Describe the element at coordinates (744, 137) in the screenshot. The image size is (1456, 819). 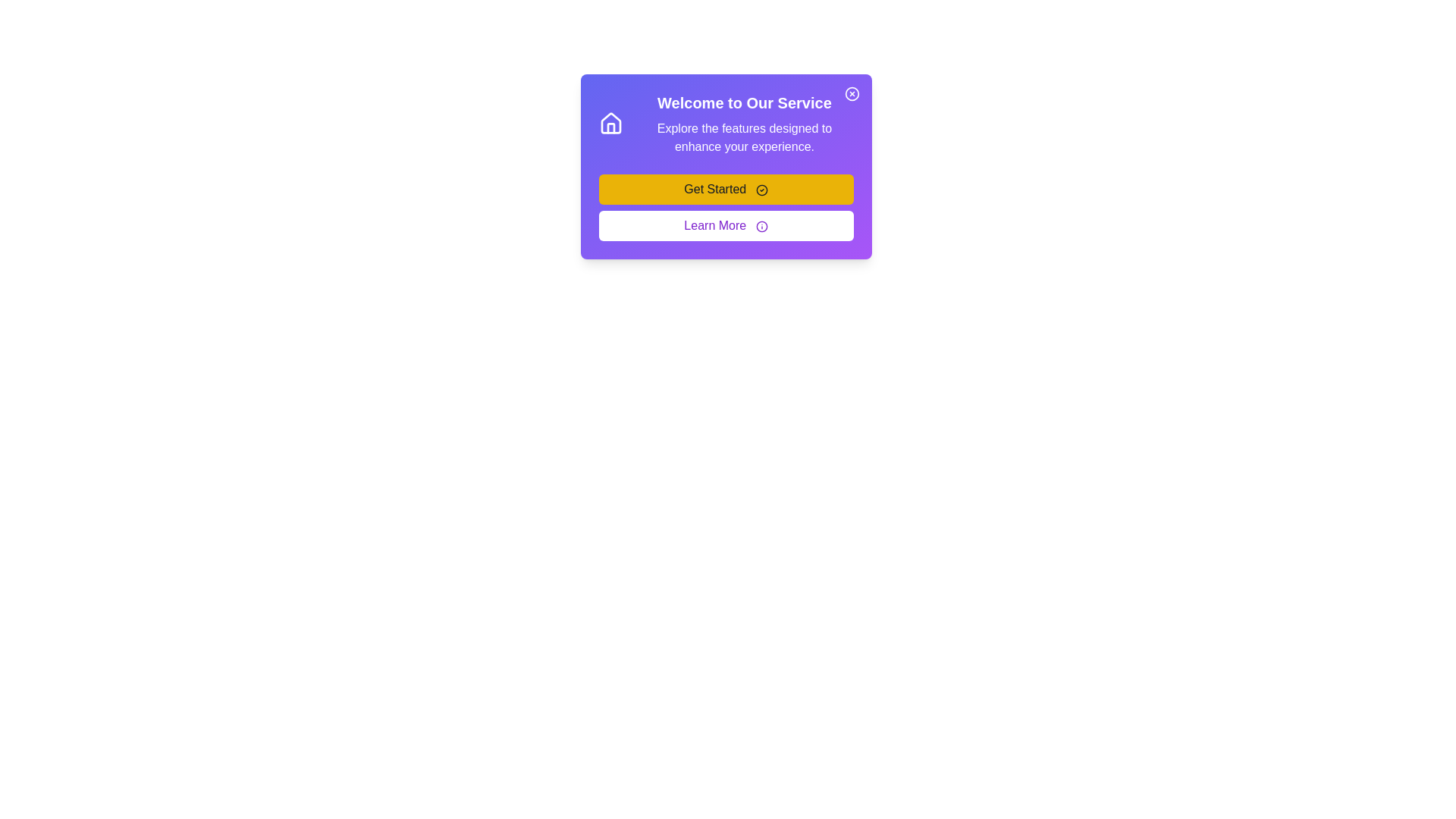
I see `the static text block displaying 'Explore the features designed to enhance your experience.' which is centrally aligned within a card-like interface and located directly below the heading 'Welcome to Our Service'` at that location.